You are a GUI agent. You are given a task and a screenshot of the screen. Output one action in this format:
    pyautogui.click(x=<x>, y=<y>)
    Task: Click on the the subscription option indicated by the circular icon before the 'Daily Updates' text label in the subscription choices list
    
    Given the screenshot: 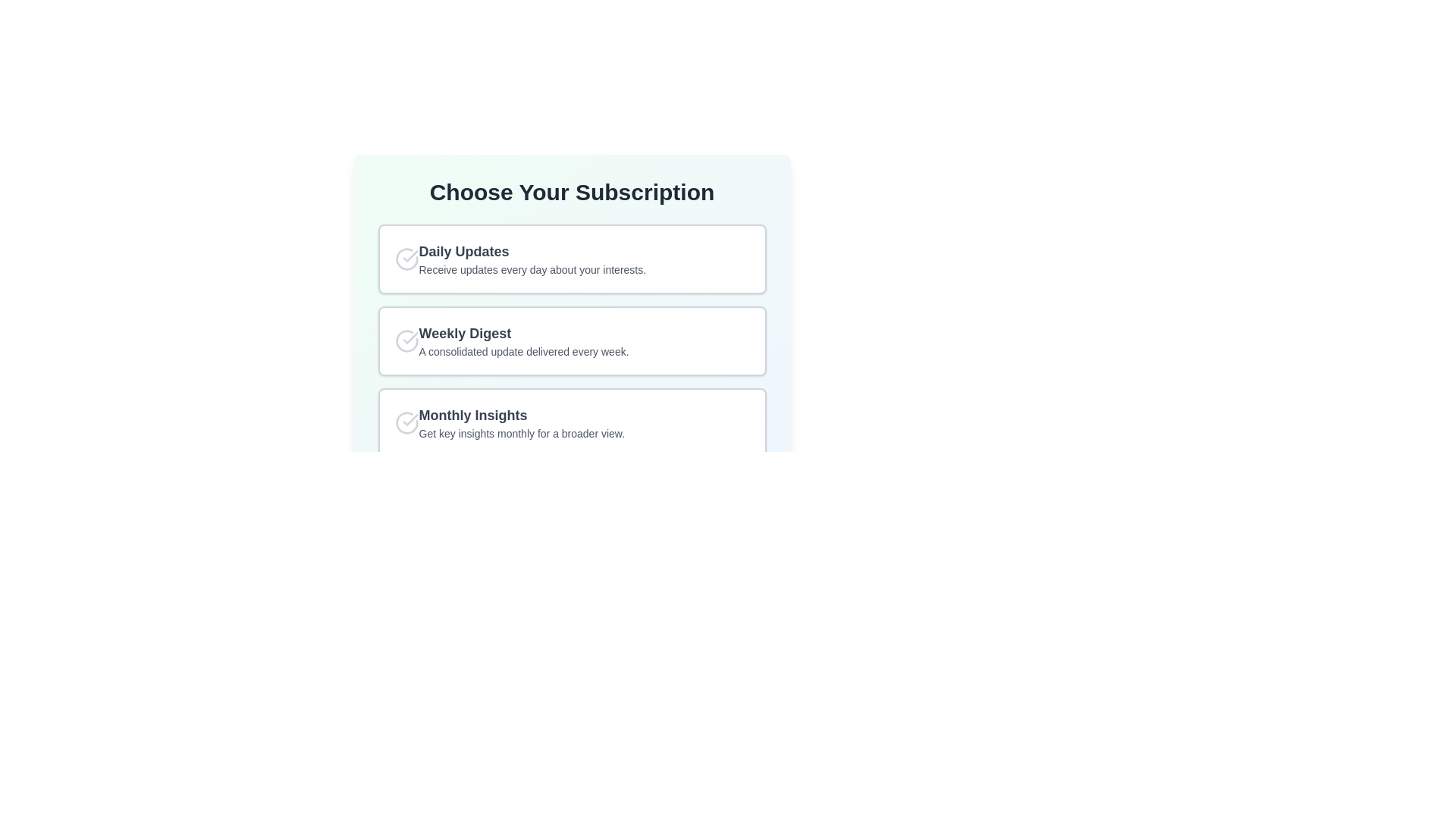 What is the action you would take?
    pyautogui.click(x=410, y=256)
    